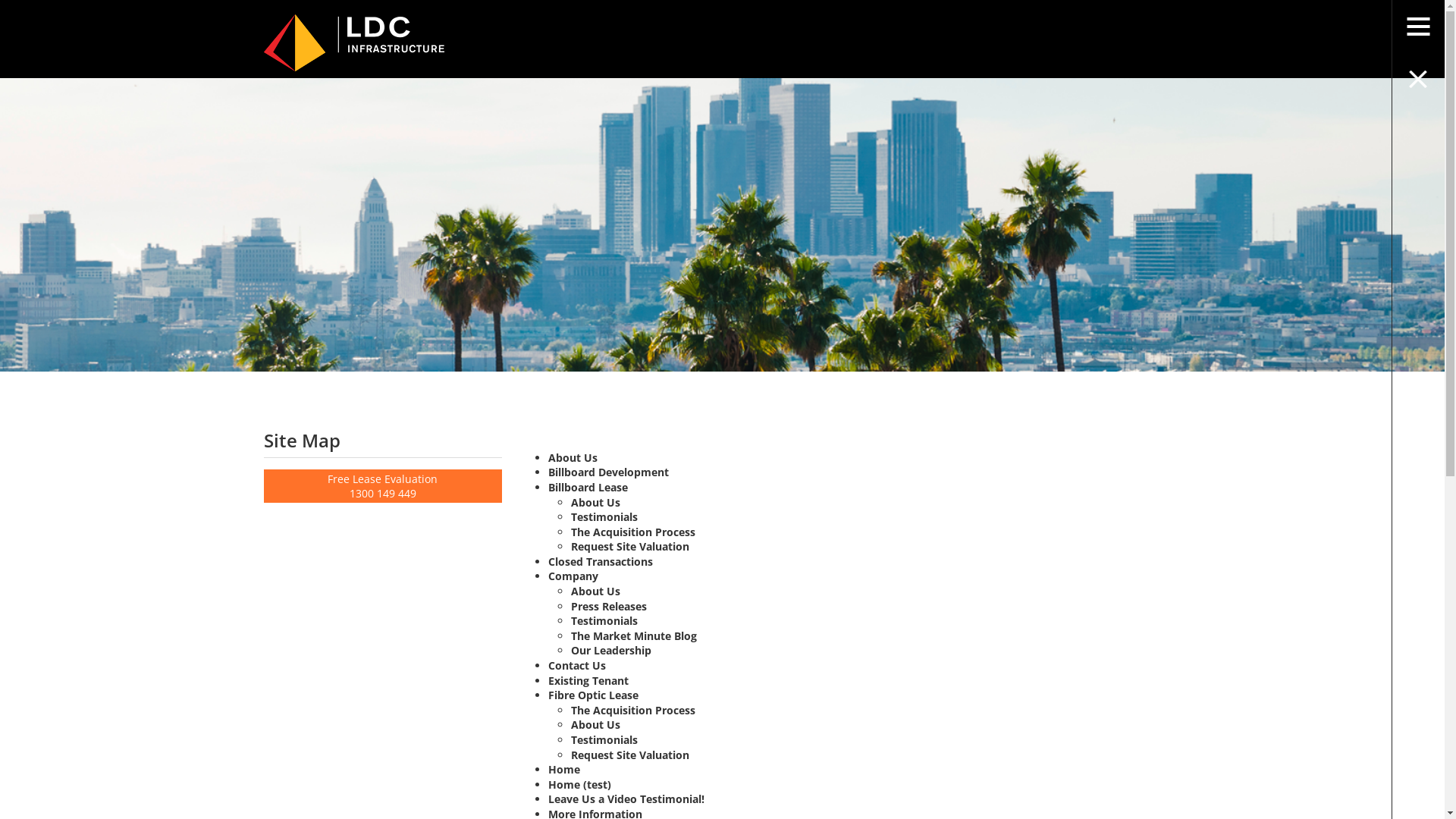  What do you see at coordinates (595, 723) in the screenshot?
I see `'About Us'` at bounding box center [595, 723].